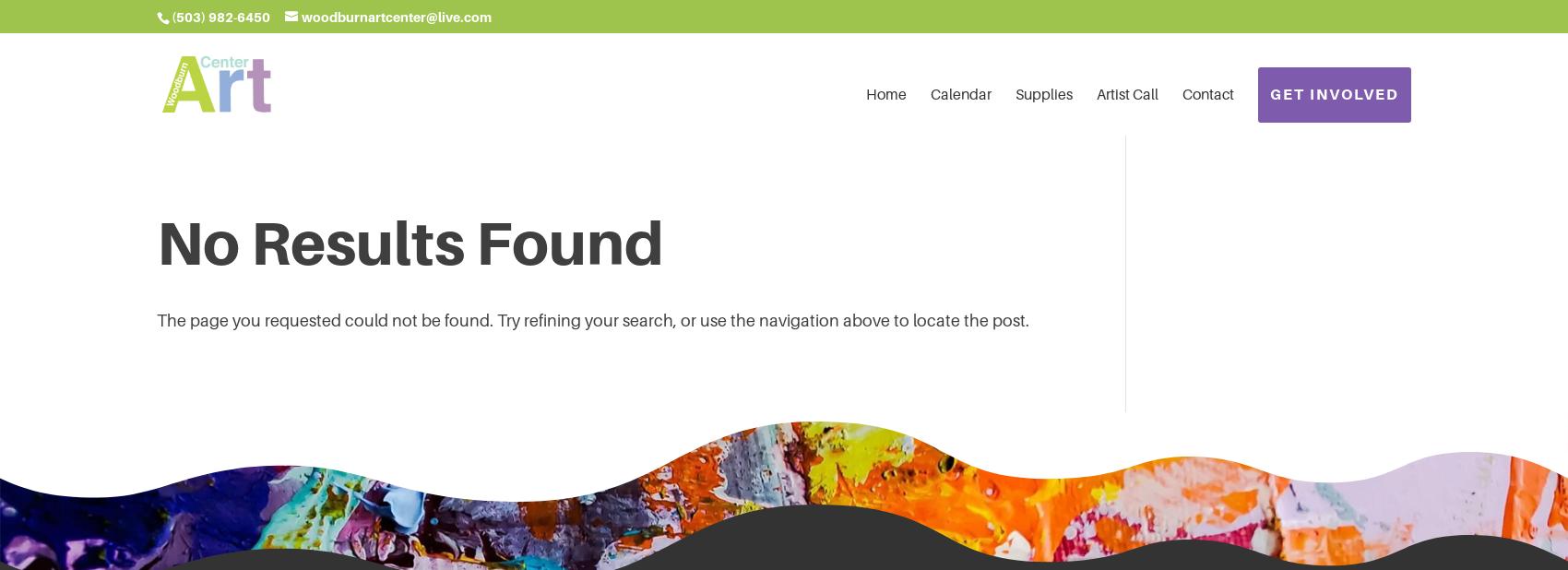 Image resolution: width=1568 pixels, height=570 pixels. I want to click on 'Supplies', so click(1044, 93).